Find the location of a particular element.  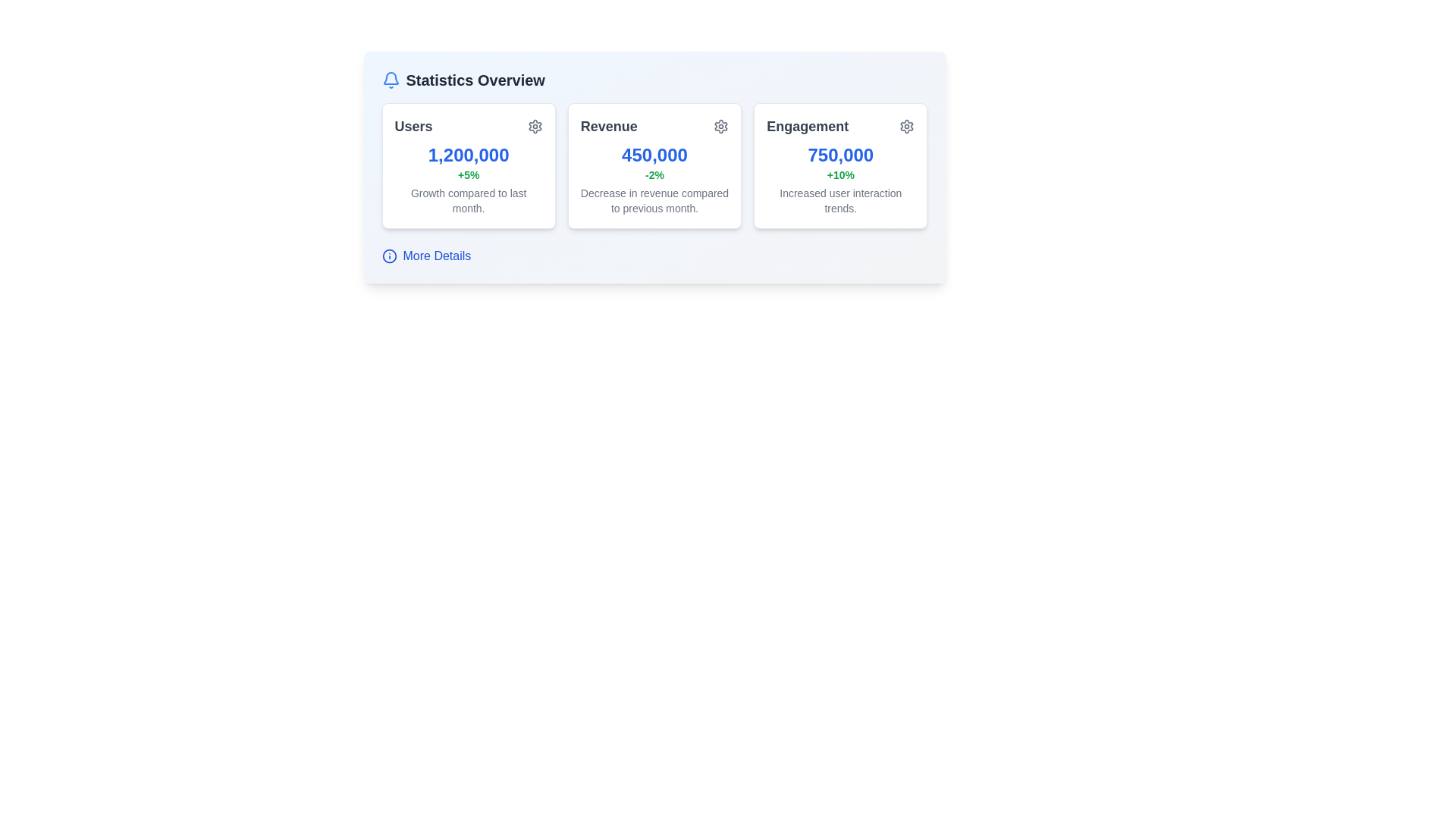

the text label displaying '+10%' in green color, which is located within the 'Engagement' card, positioned below the main metric value '750,000' is located at coordinates (839, 174).